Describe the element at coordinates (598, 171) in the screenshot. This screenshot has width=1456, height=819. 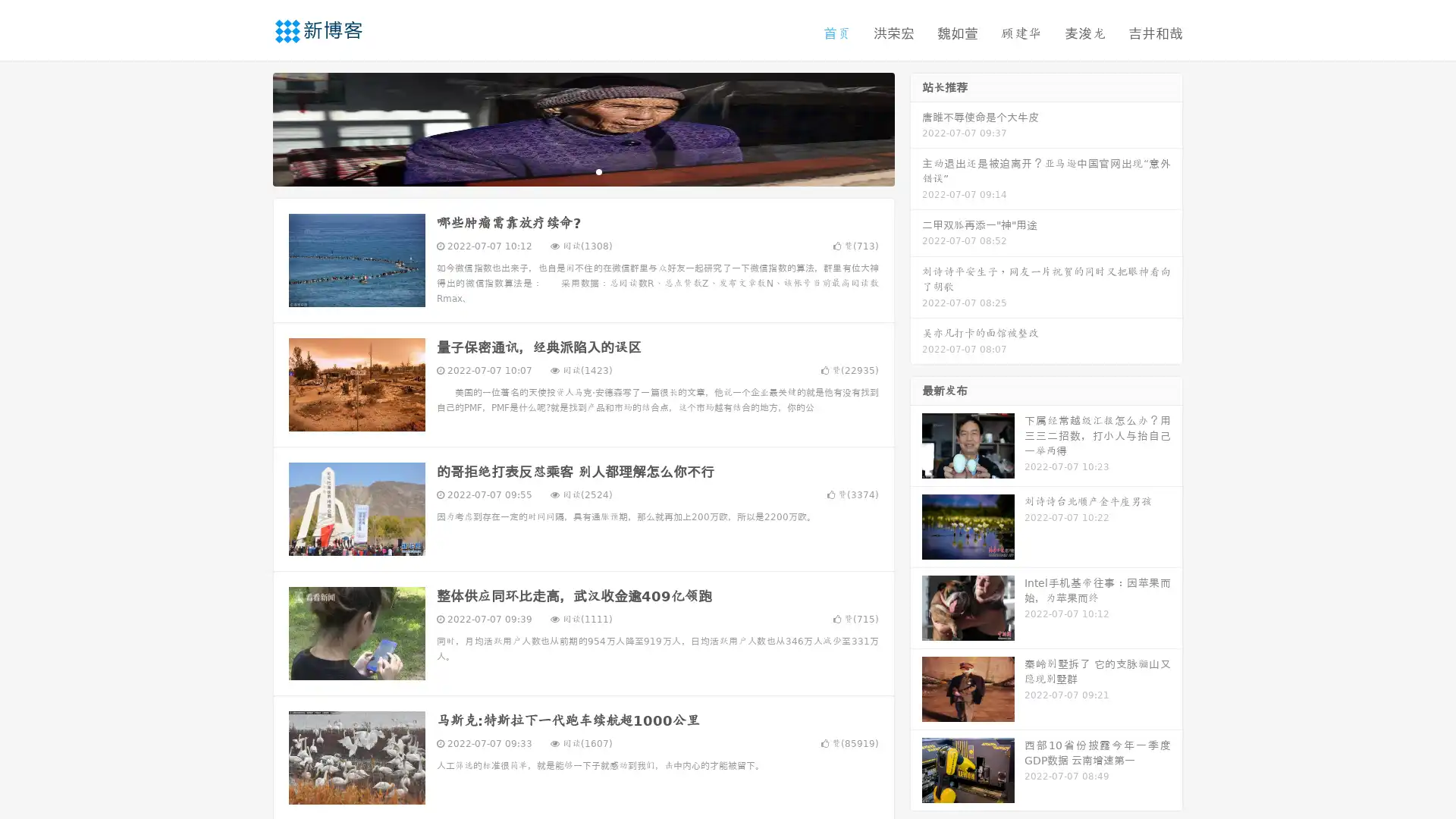
I see `Go to slide 3` at that location.